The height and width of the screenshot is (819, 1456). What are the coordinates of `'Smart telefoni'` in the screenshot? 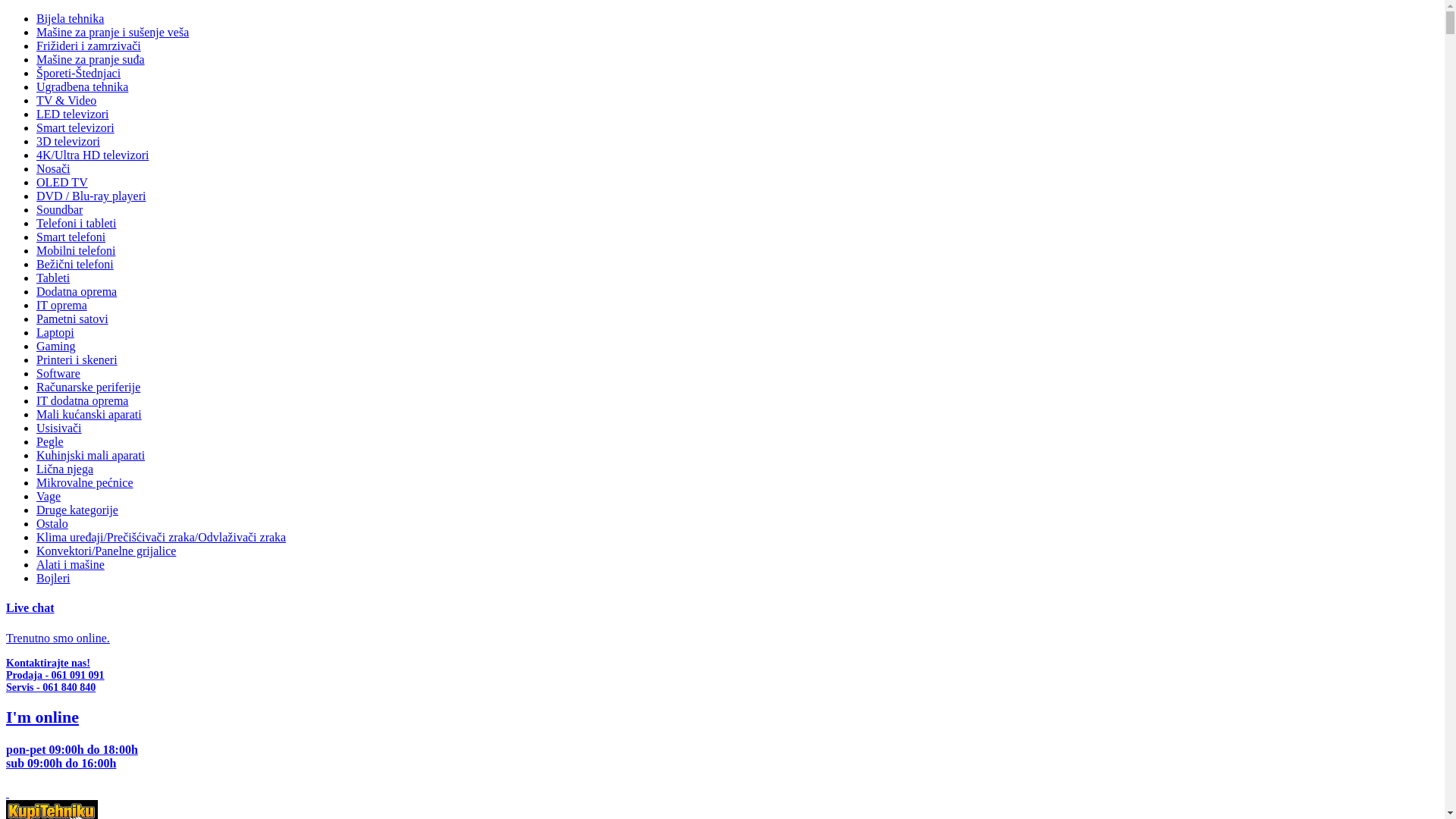 It's located at (70, 237).